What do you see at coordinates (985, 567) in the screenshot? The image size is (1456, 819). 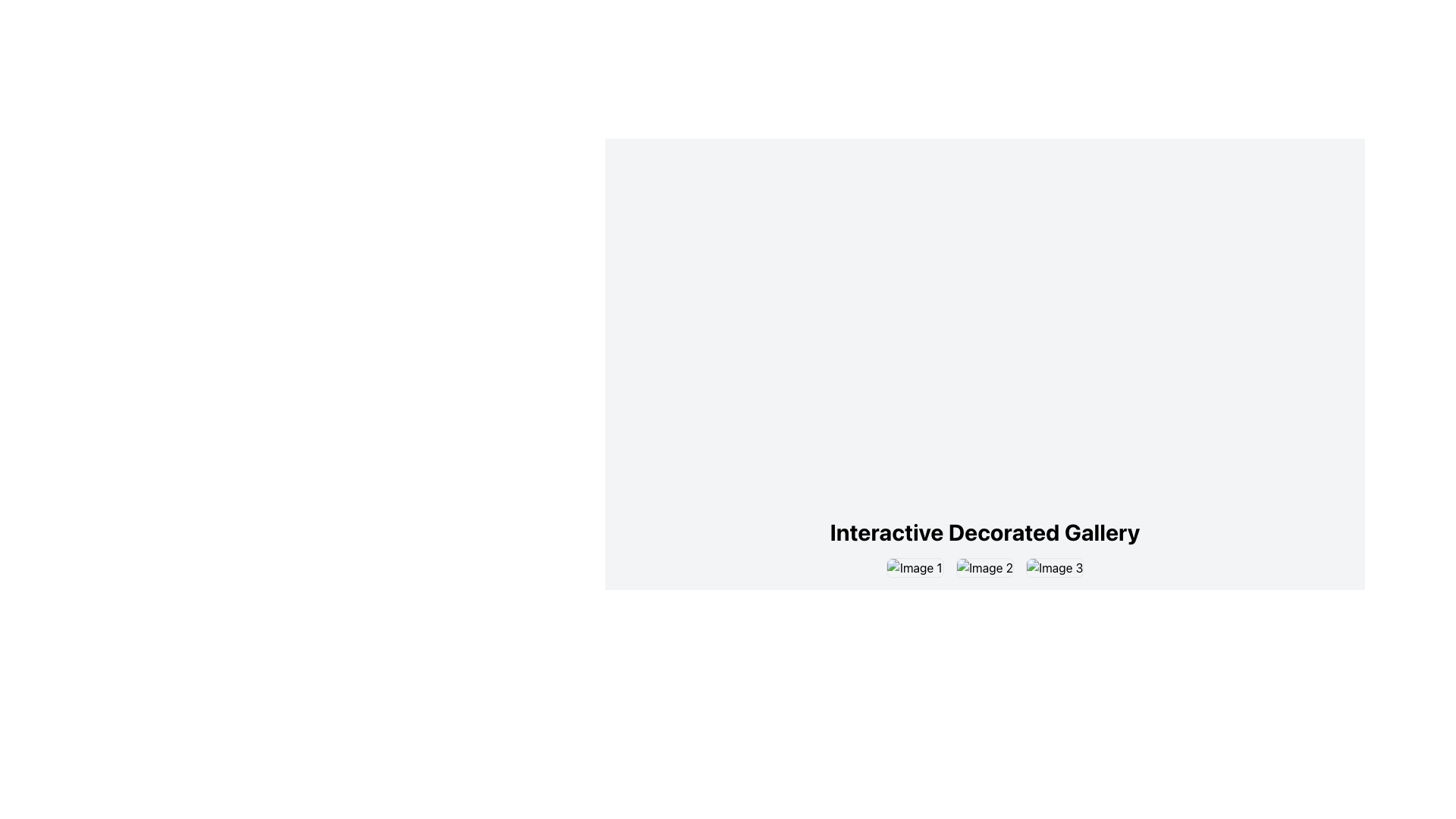 I see `the Gallery Thumbnail labeled 'Image 2'` at bounding box center [985, 567].